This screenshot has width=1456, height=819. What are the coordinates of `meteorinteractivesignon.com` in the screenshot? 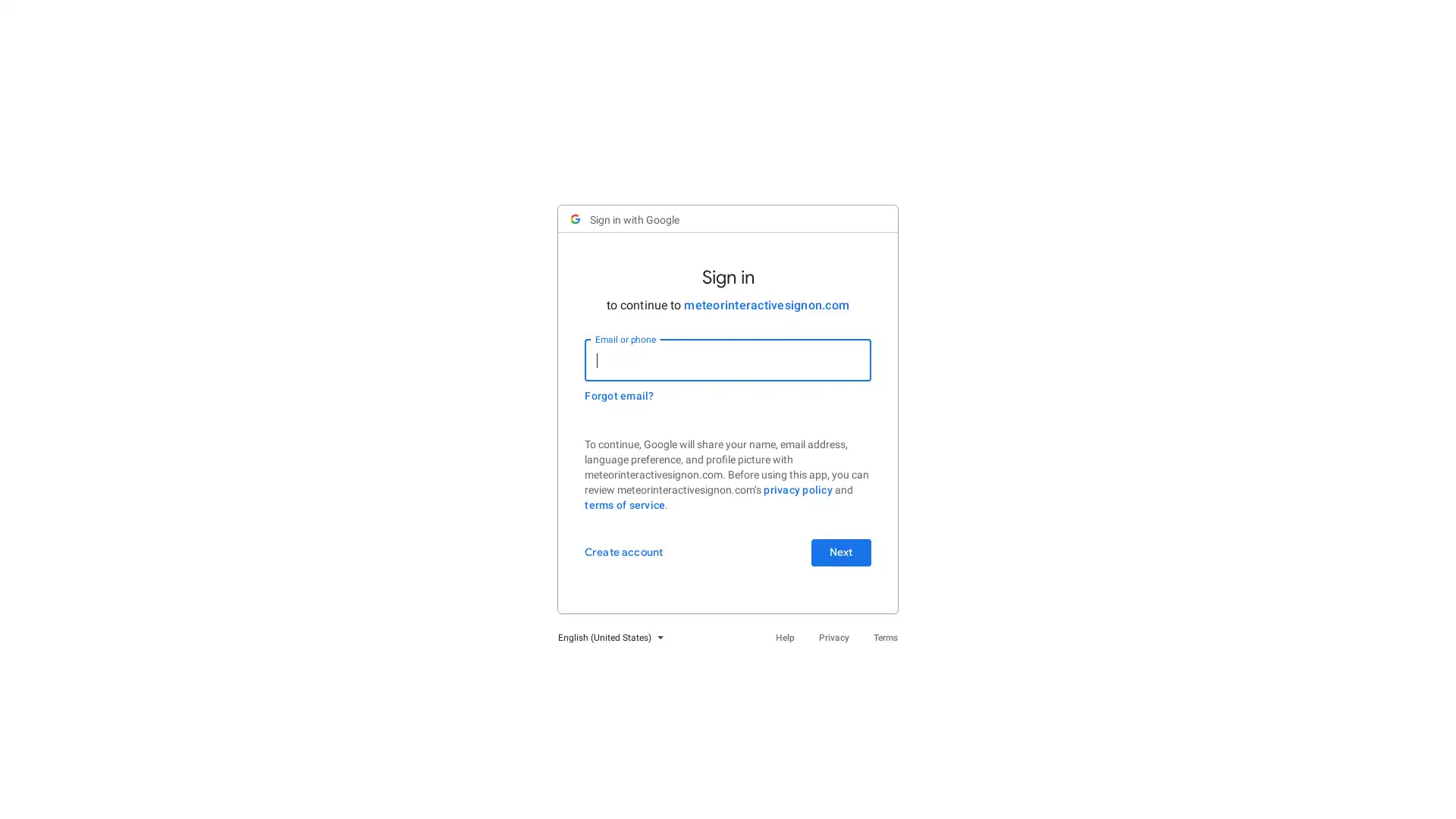 It's located at (767, 307).